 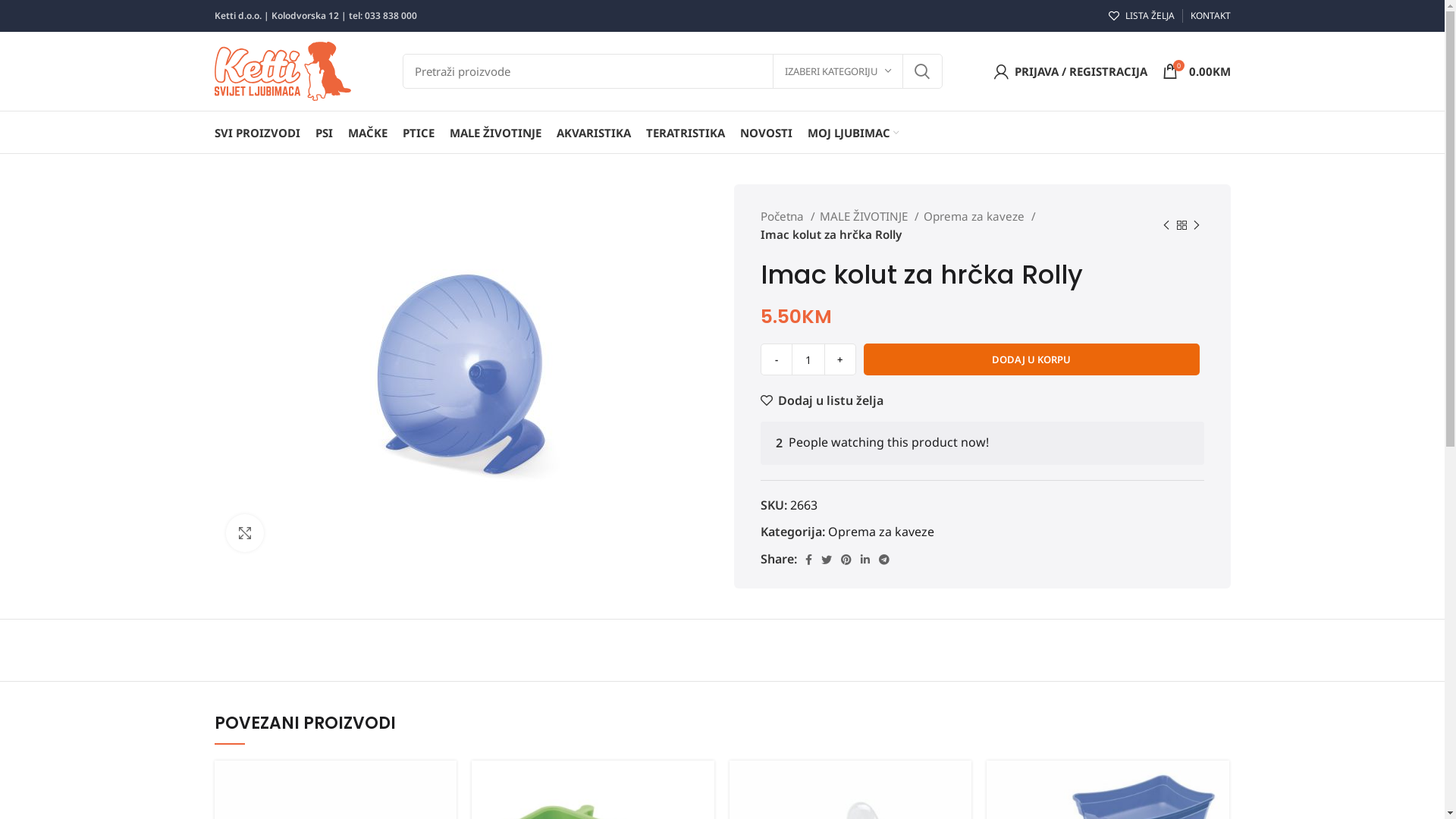 I want to click on '0, so click(x=1195, y=71).